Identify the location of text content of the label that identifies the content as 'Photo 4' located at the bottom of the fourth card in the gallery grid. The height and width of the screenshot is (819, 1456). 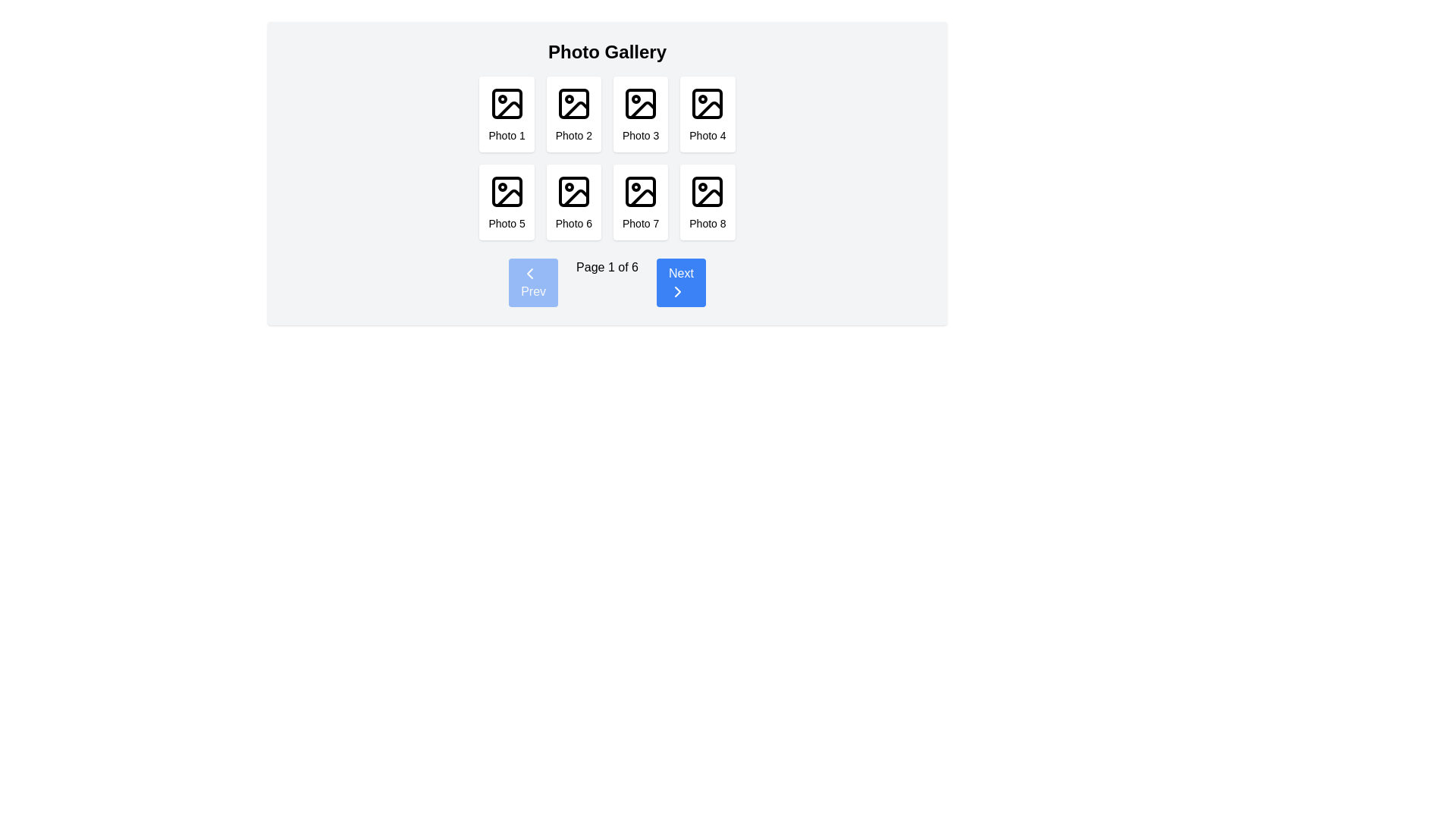
(707, 134).